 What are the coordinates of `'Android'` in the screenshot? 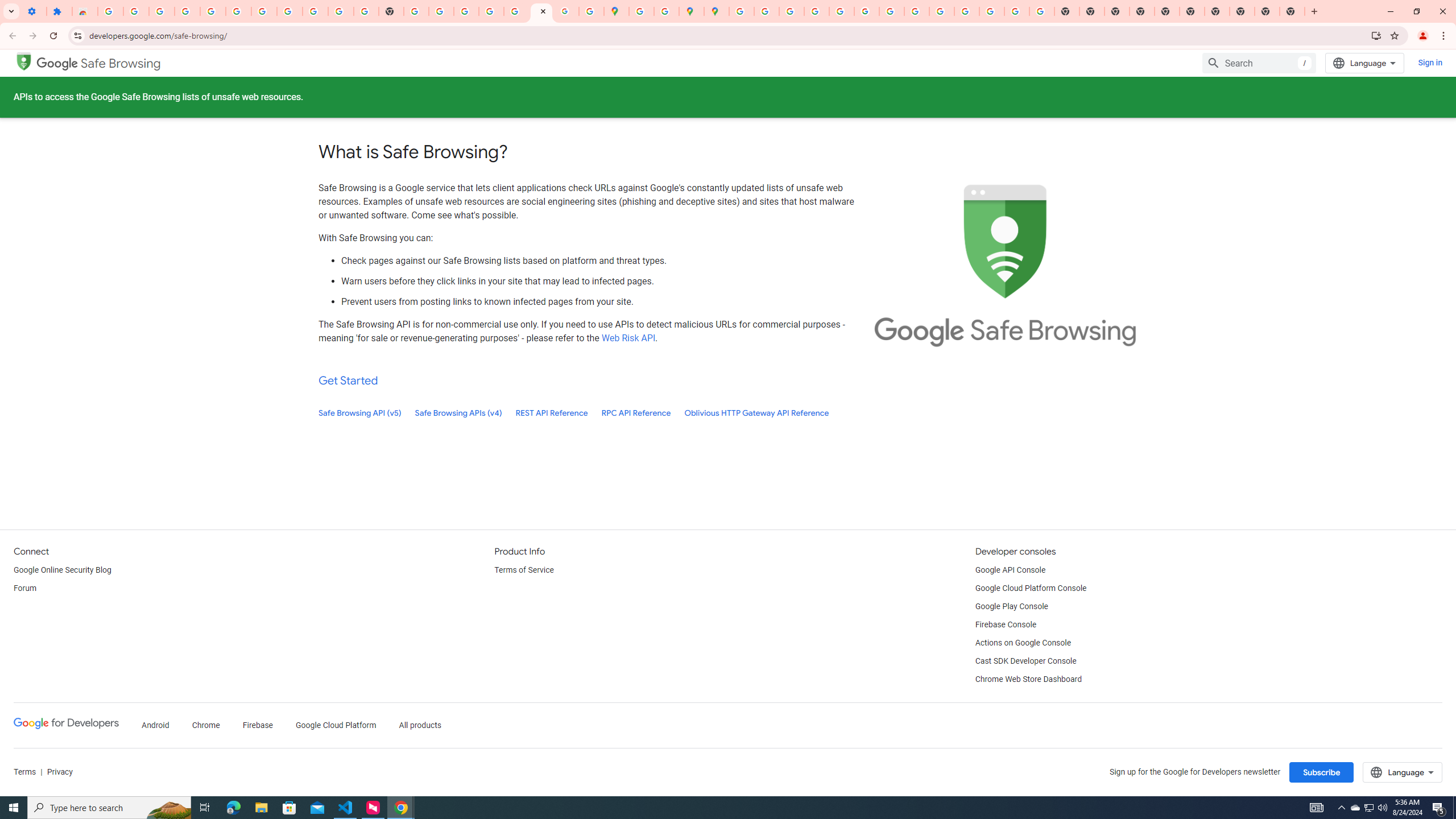 It's located at (155, 725).